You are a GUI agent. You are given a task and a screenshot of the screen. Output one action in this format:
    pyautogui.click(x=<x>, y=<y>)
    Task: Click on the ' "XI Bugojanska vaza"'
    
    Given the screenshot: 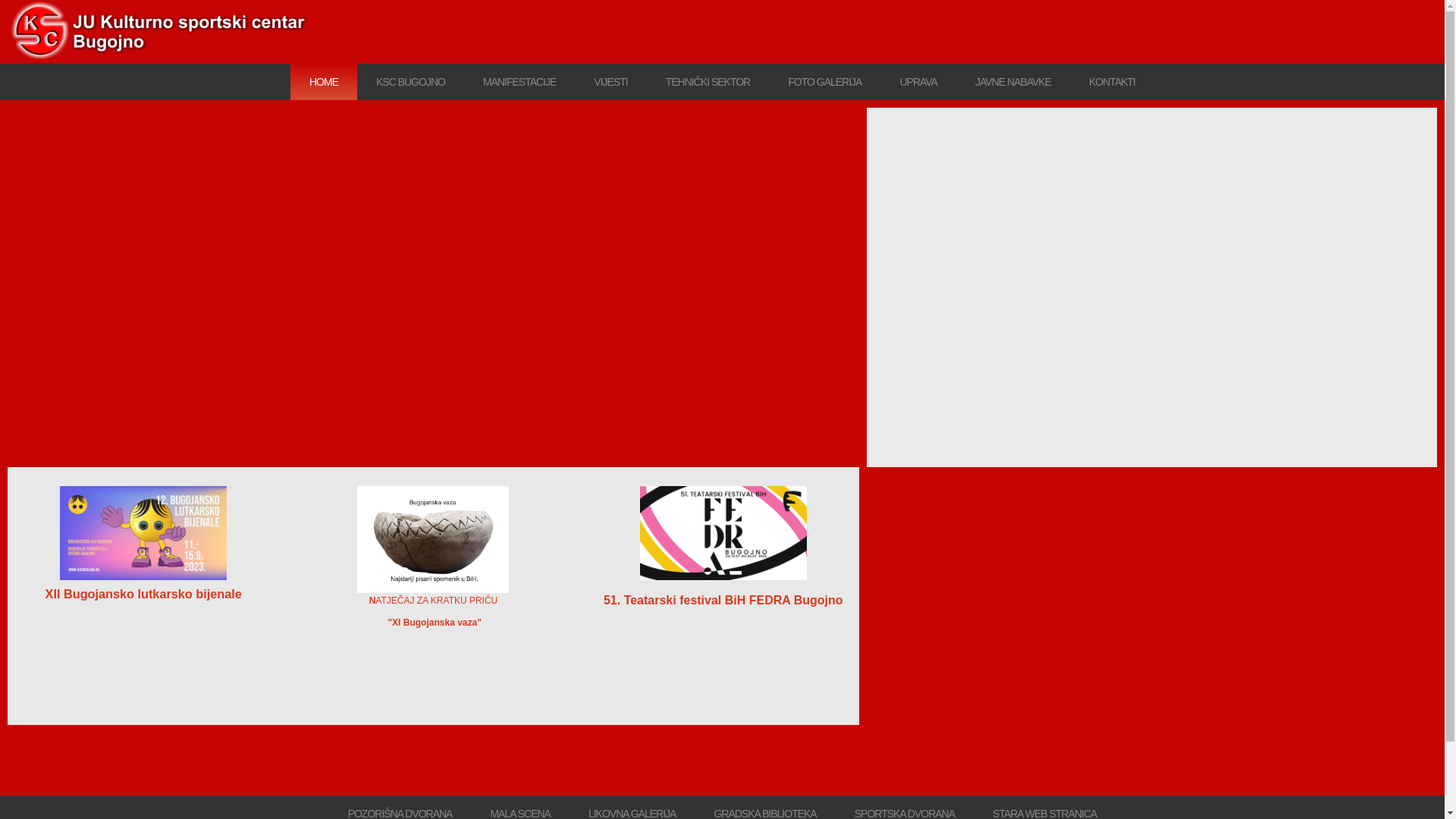 What is the action you would take?
    pyautogui.click(x=432, y=623)
    